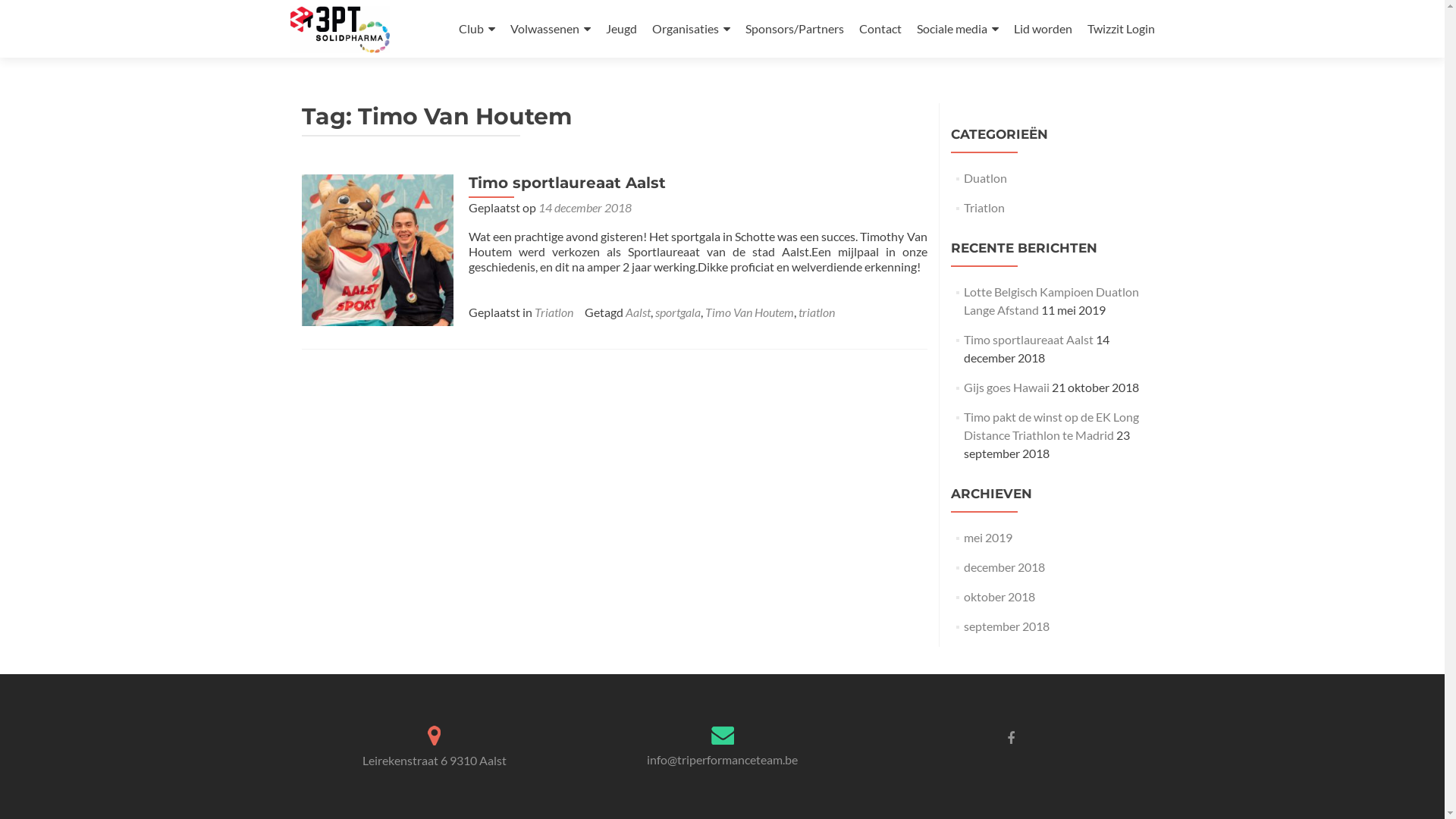 This screenshot has width=1456, height=819. Describe the element at coordinates (1050, 300) in the screenshot. I see `'Lotte Belgisch Kampioen Duatlon Lange Afstand'` at that location.